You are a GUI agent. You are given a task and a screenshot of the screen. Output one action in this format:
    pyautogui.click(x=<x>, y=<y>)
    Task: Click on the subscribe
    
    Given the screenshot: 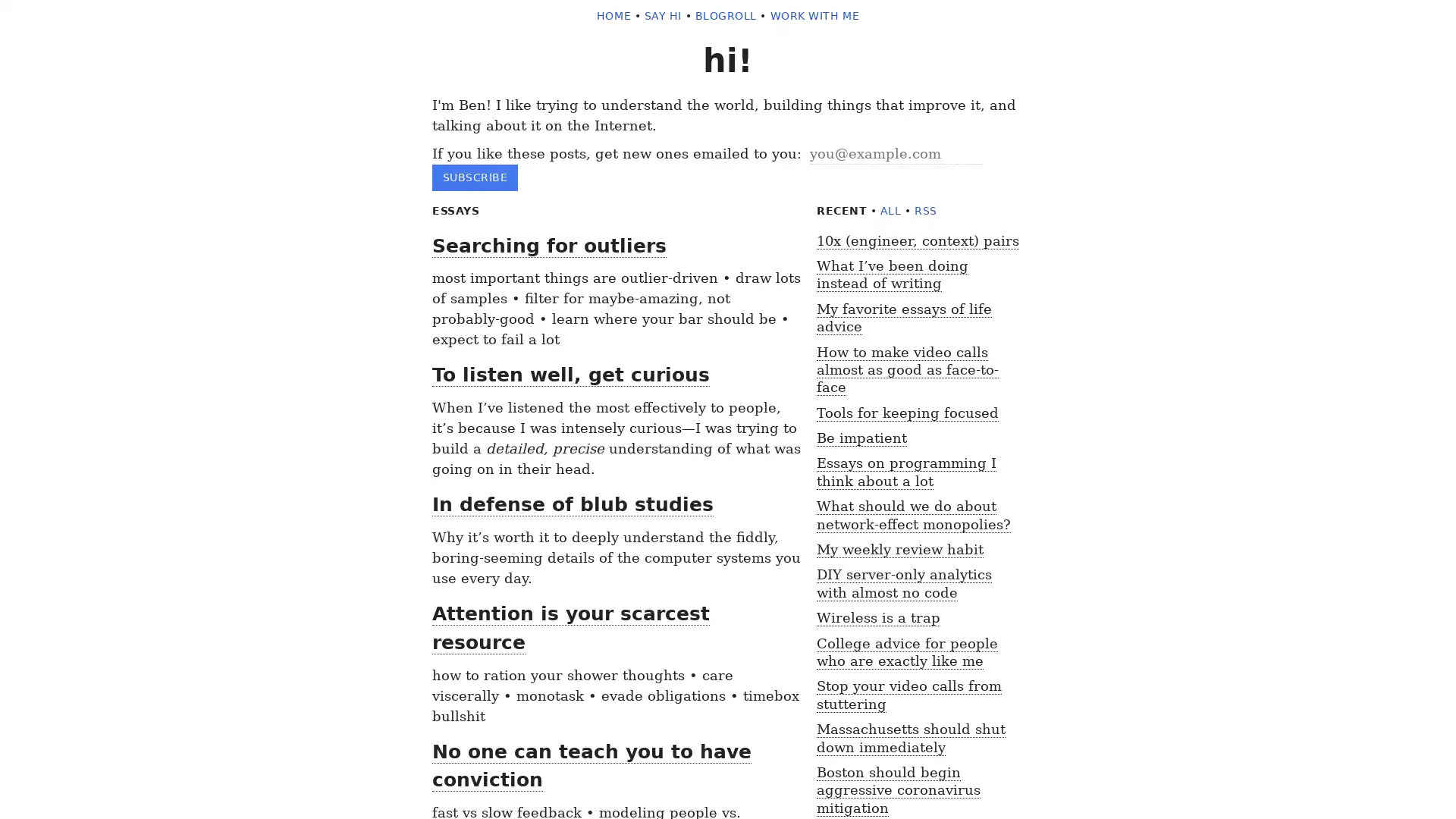 What is the action you would take?
    pyautogui.click(x=473, y=177)
    